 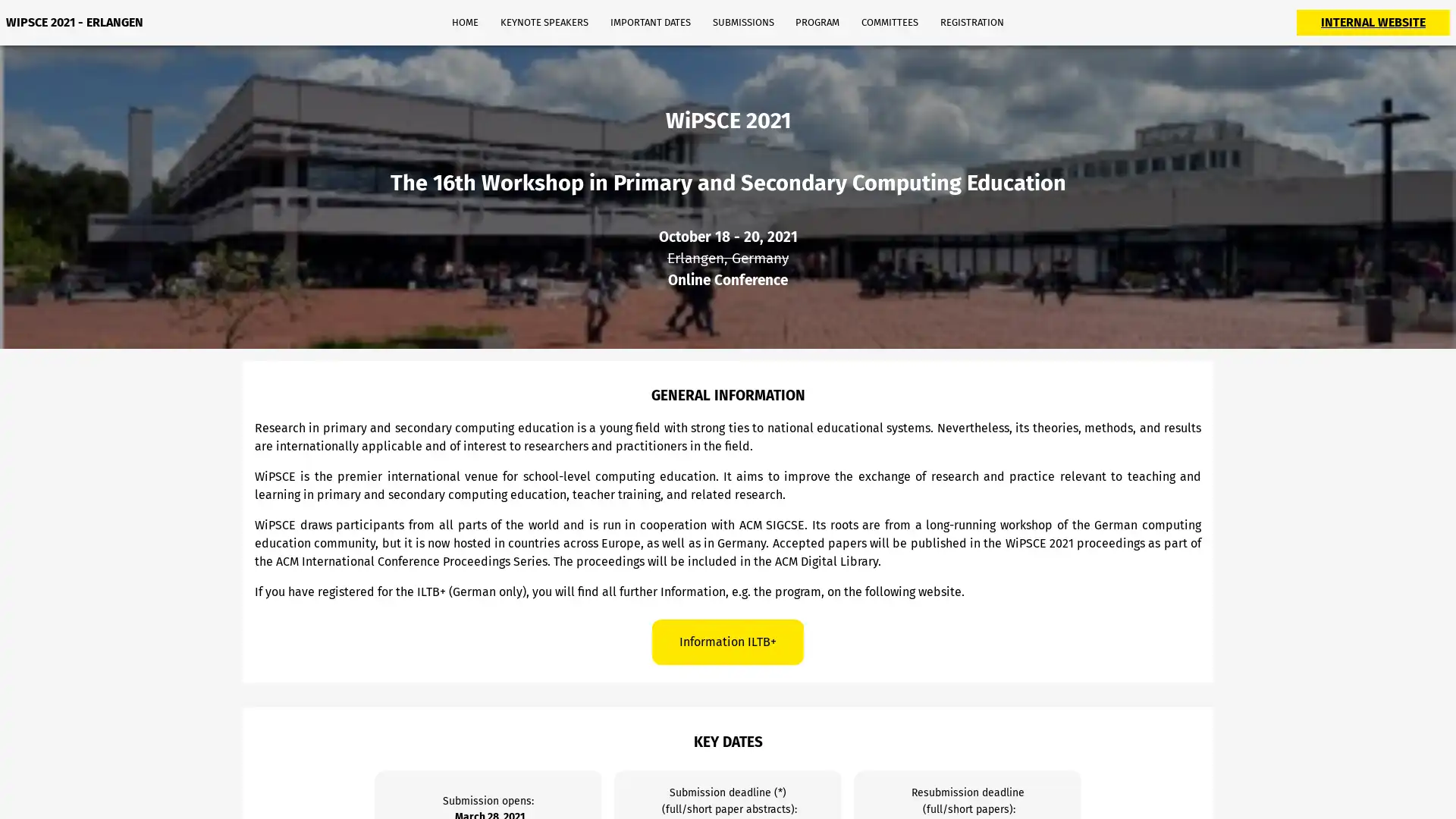 I want to click on INTERNAL WEBSITE, so click(x=1373, y=22).